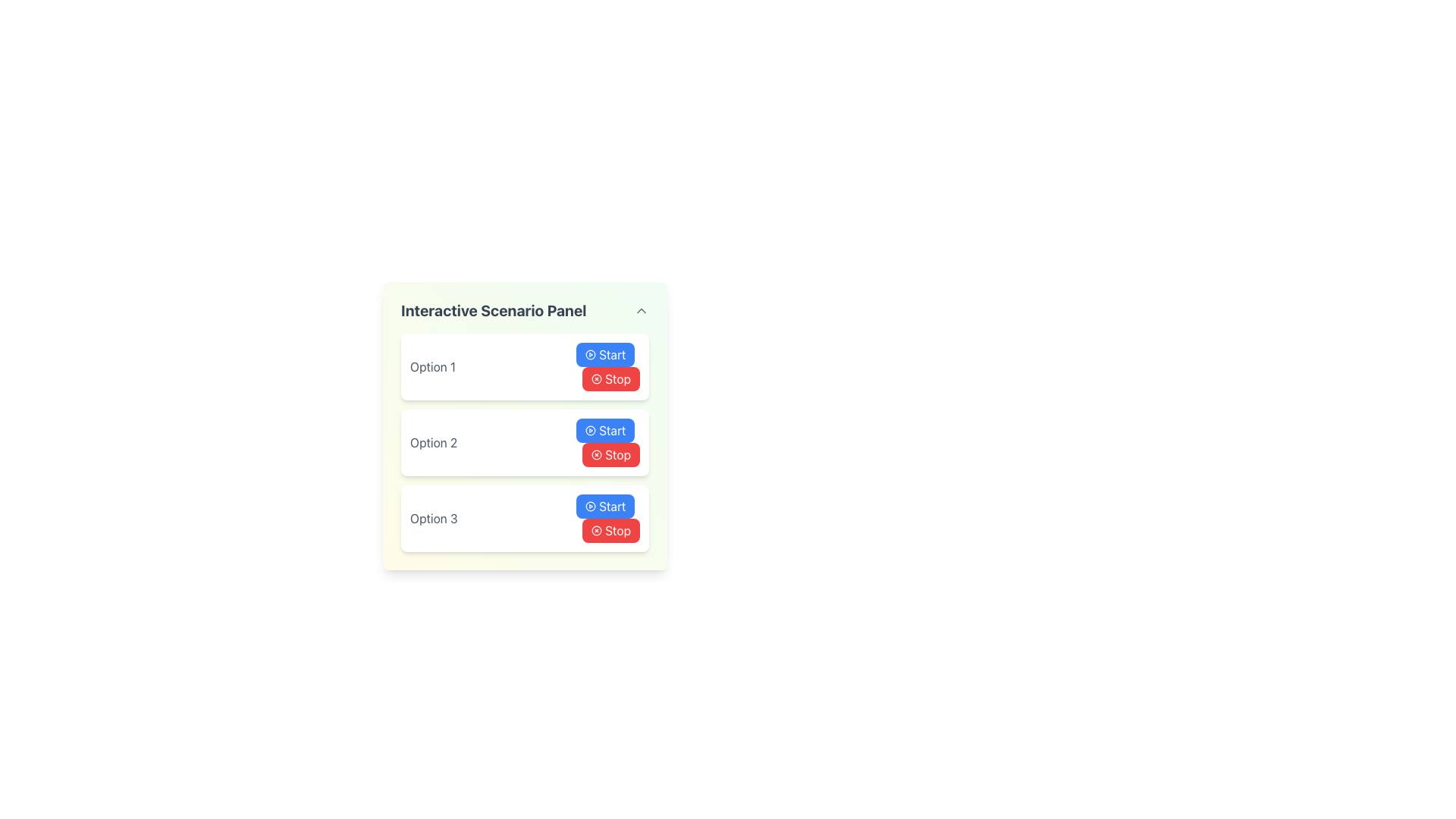 The image size is (1456, 819). I want to click on the Text Label that serves as an identifier for the associated row, located in the topmost row of a vertically stacked list of three containers, adjacent to the 'Start' and 'Stop' buttons, so click(432, 366).